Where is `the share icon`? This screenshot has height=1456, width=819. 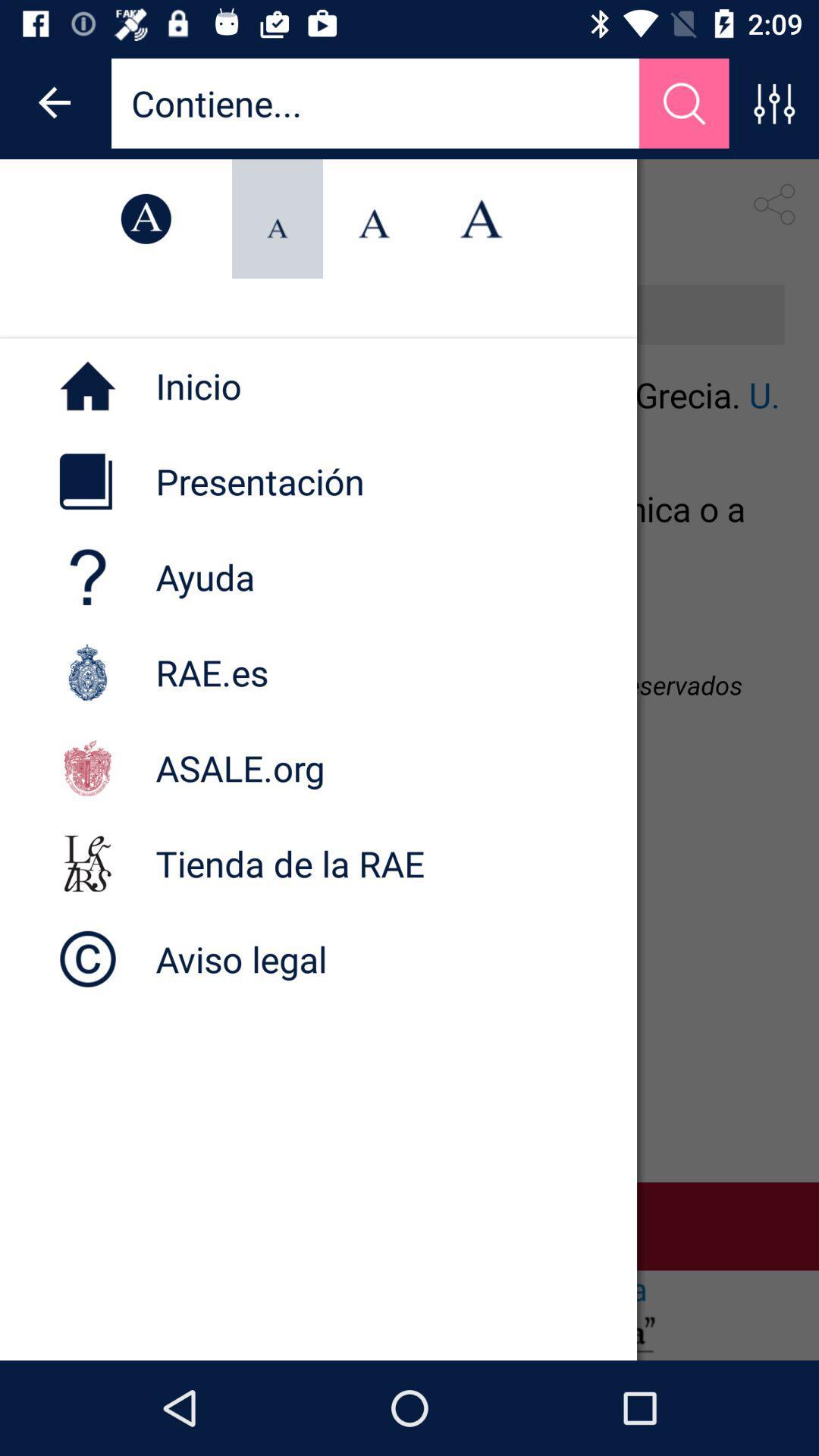 the share icon is located at coordinates (773, 203).